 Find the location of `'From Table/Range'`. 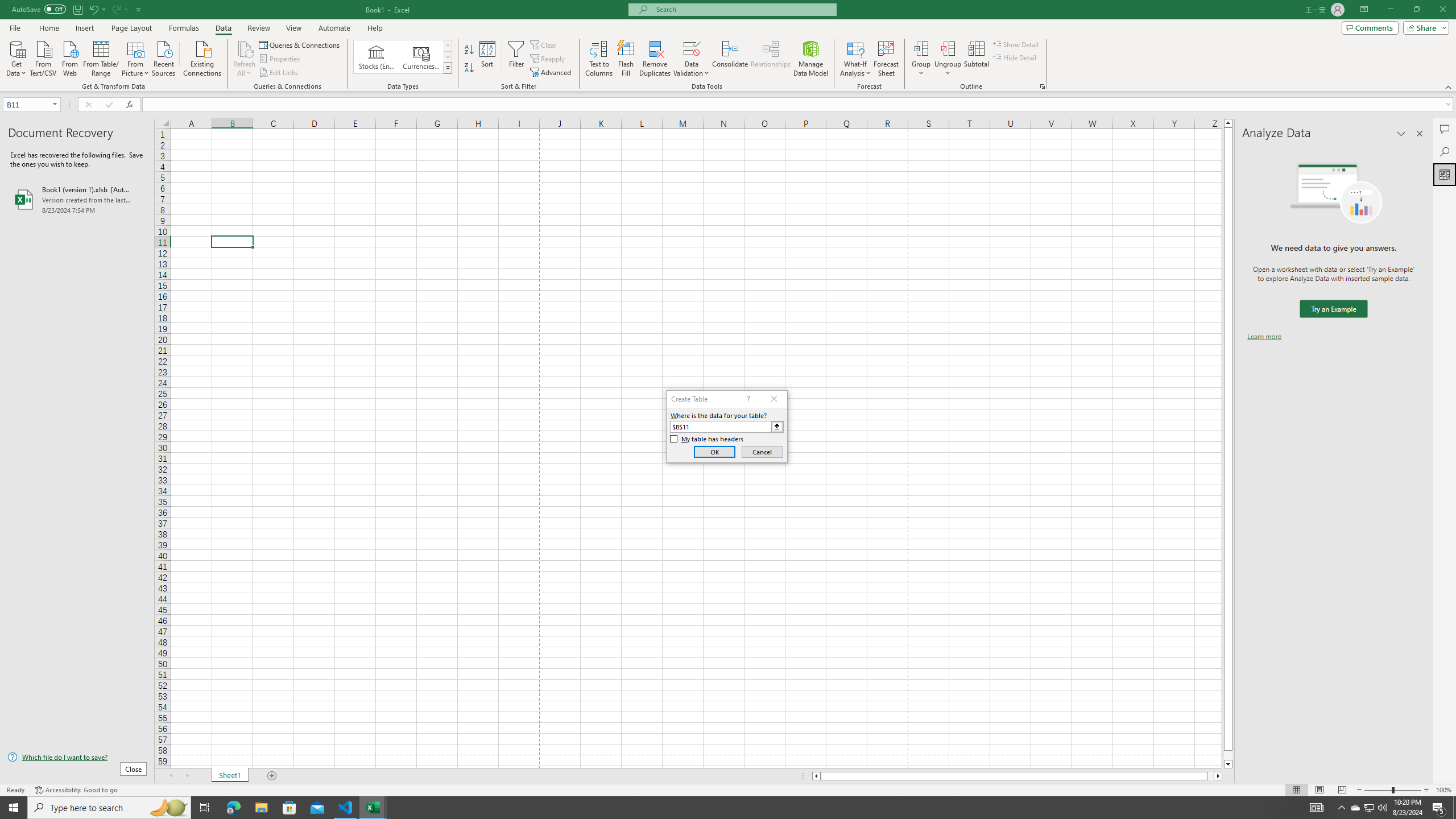

'From Table/Range' is located at coordinates (100, 57).